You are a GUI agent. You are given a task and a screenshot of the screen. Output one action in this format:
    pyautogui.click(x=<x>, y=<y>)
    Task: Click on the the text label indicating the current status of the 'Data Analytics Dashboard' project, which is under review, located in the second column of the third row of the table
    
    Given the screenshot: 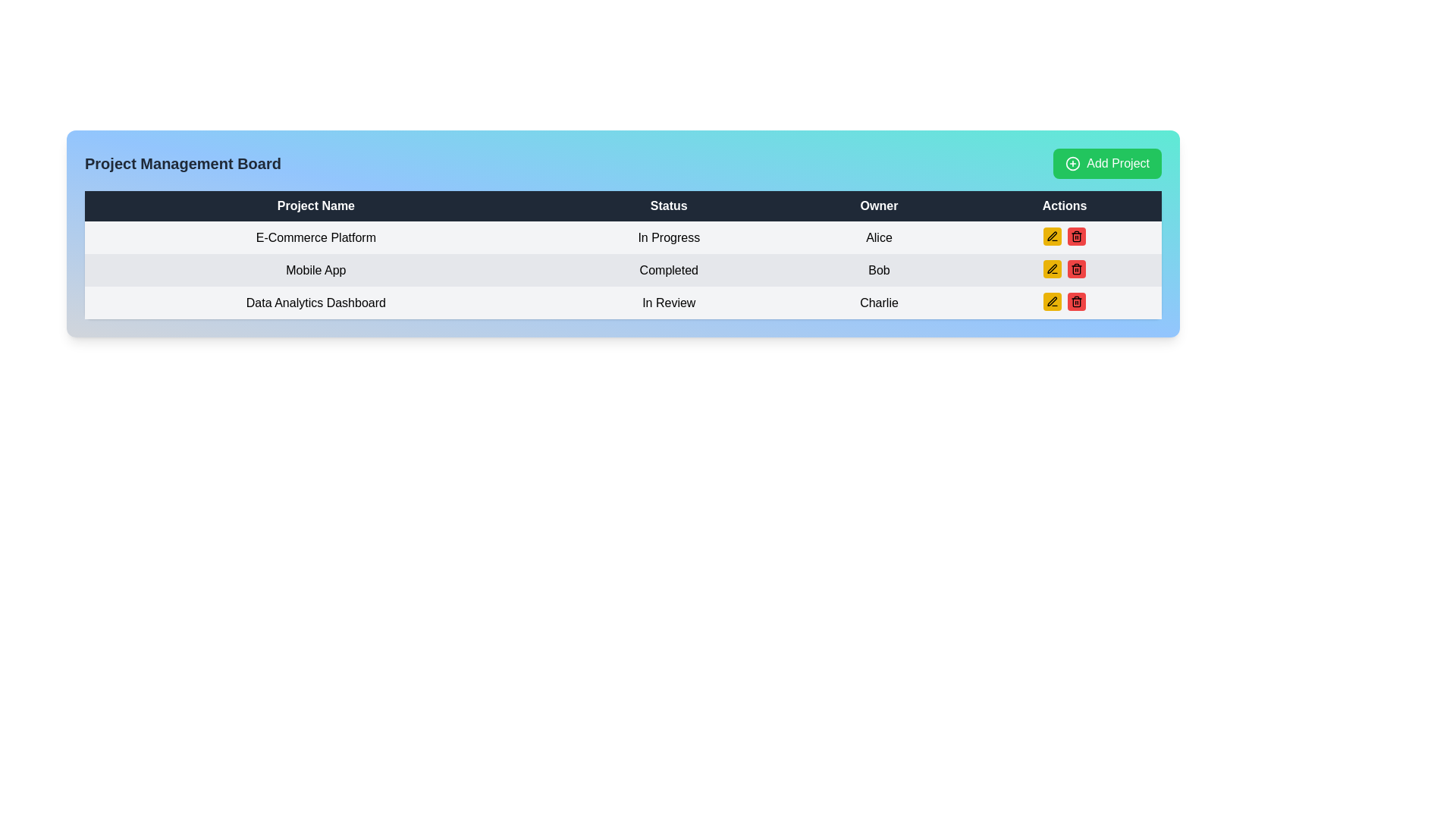 What is the action you would take?
    pyautogui.click(x=668, y=303)
    